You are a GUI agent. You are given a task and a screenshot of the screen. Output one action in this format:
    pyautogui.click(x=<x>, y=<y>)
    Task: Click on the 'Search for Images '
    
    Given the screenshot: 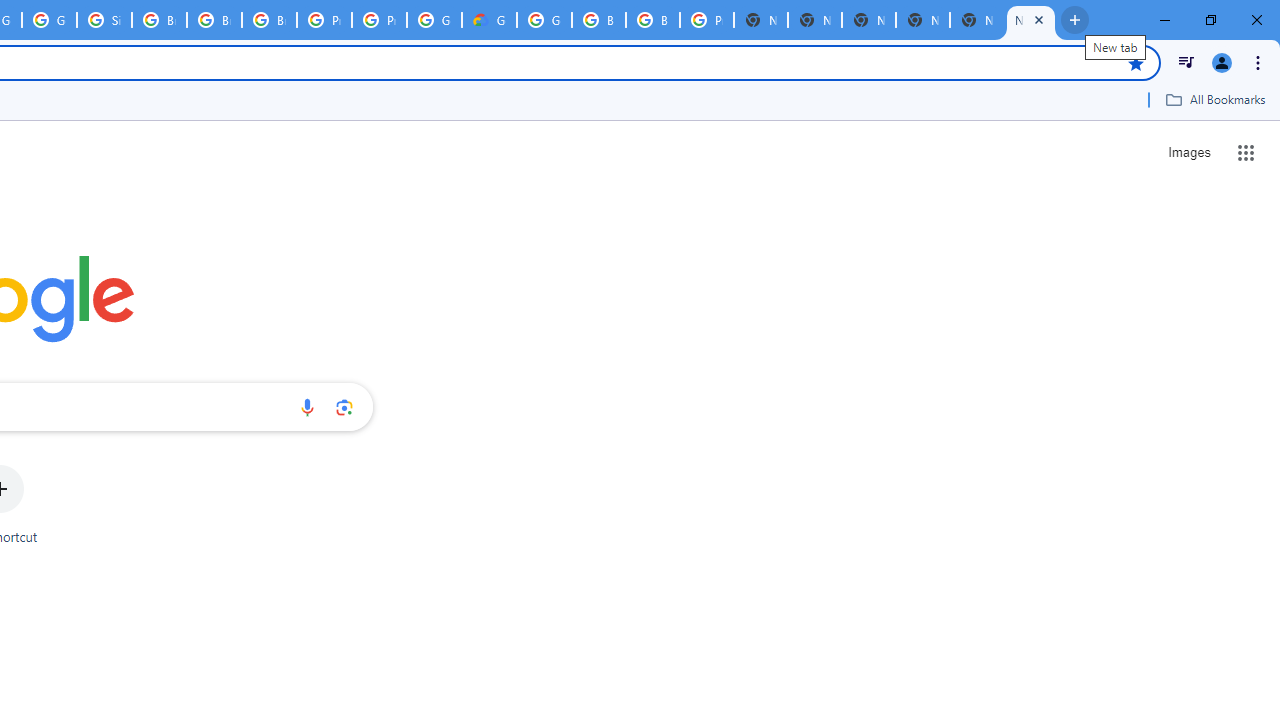 What is the action you would take?
    pyautogui.click(x=1189, y=152)
    